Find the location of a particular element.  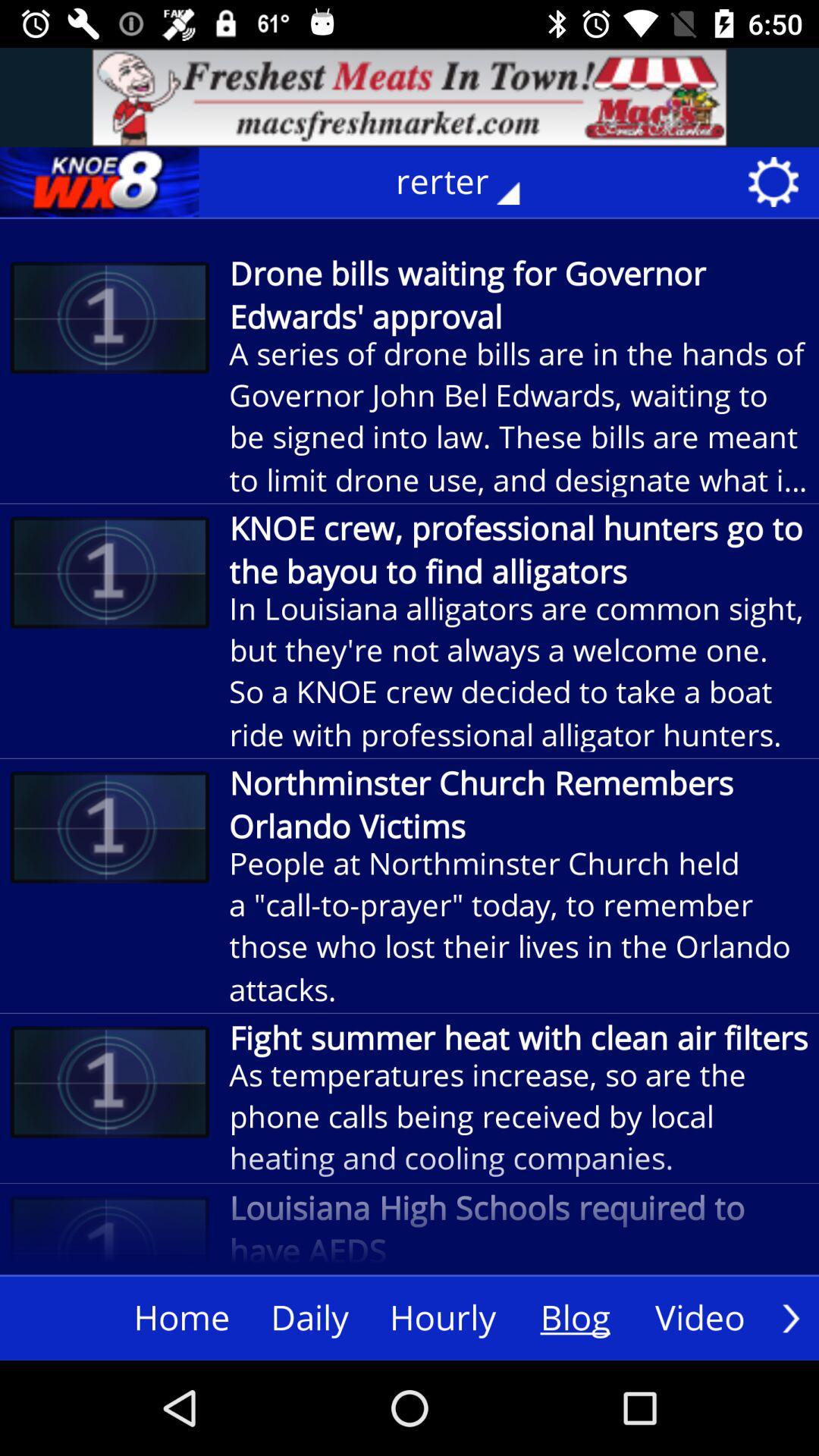

the arrow_forward icon is located at coordinates (790, 1317).